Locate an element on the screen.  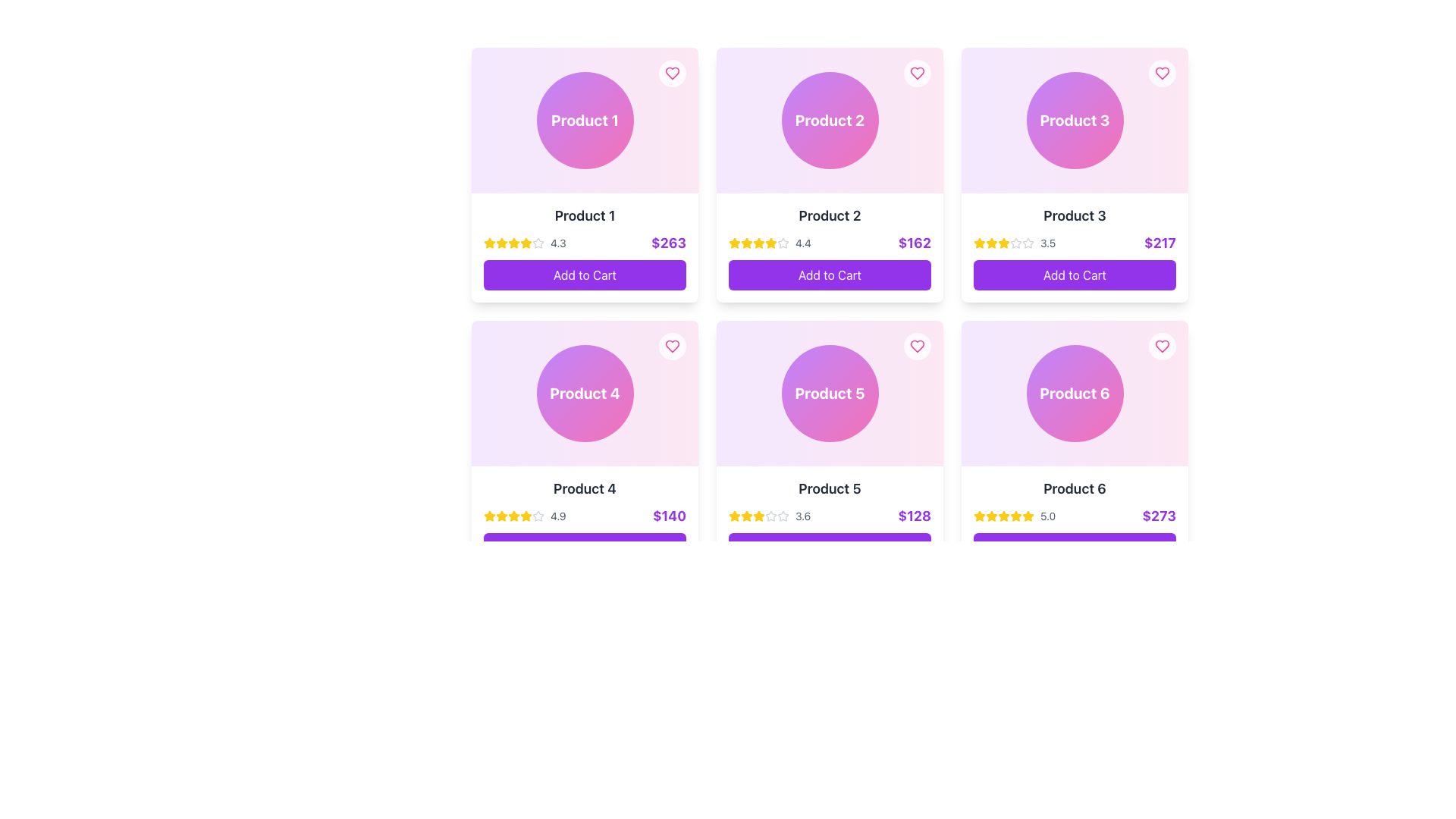
the unachieved star rating icon for 'Product 2' card, which is the eighth star in a sequence of stars to the right of seven filled yellow stars is located at coordinates (783, 242).